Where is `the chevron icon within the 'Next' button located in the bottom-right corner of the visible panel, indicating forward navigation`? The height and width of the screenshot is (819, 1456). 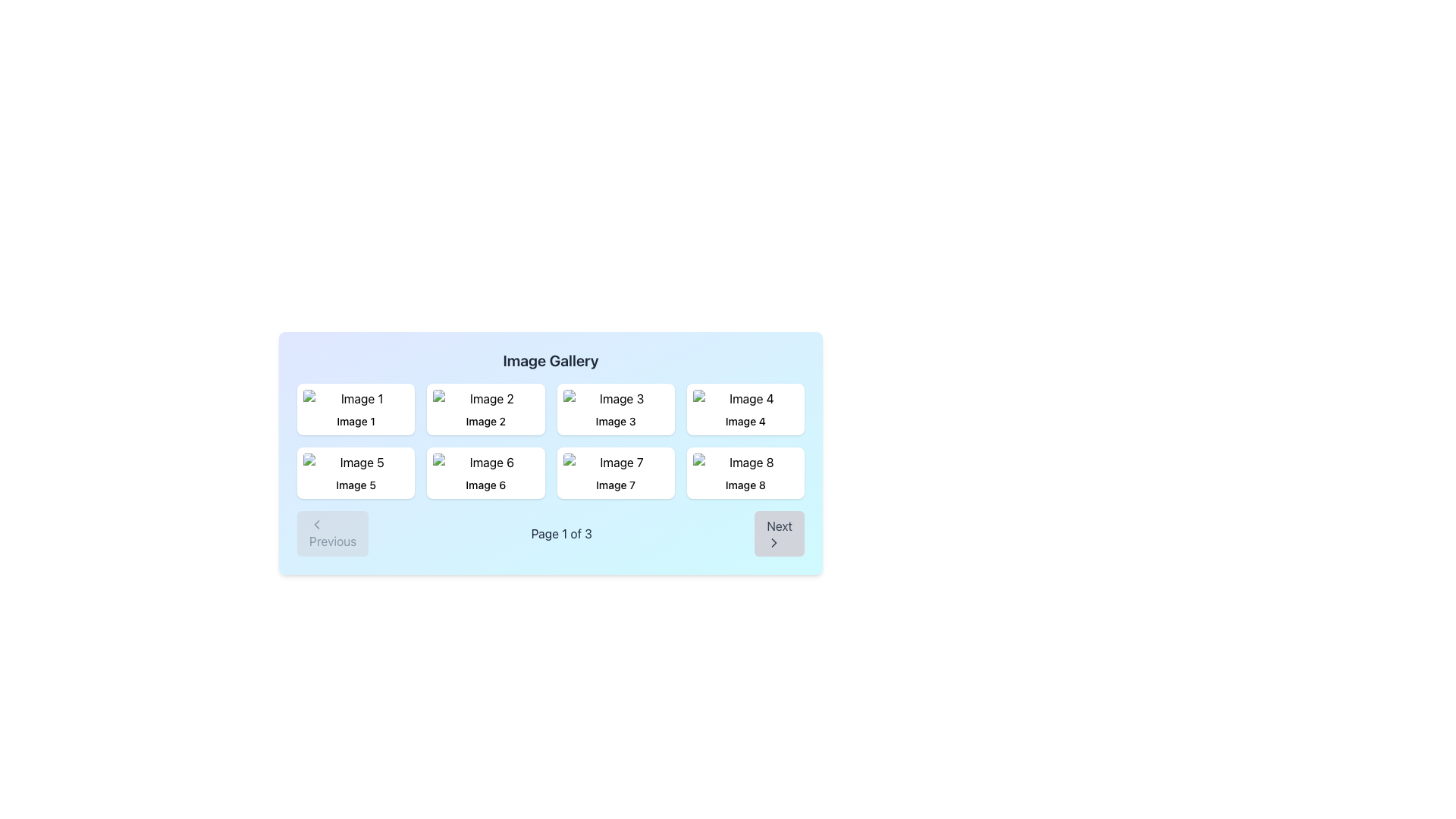
the chevron icon within the 'Next' button located in the bottom-right corner of the visible panel, indicating forward navigation is located at coordinates (774, 542).